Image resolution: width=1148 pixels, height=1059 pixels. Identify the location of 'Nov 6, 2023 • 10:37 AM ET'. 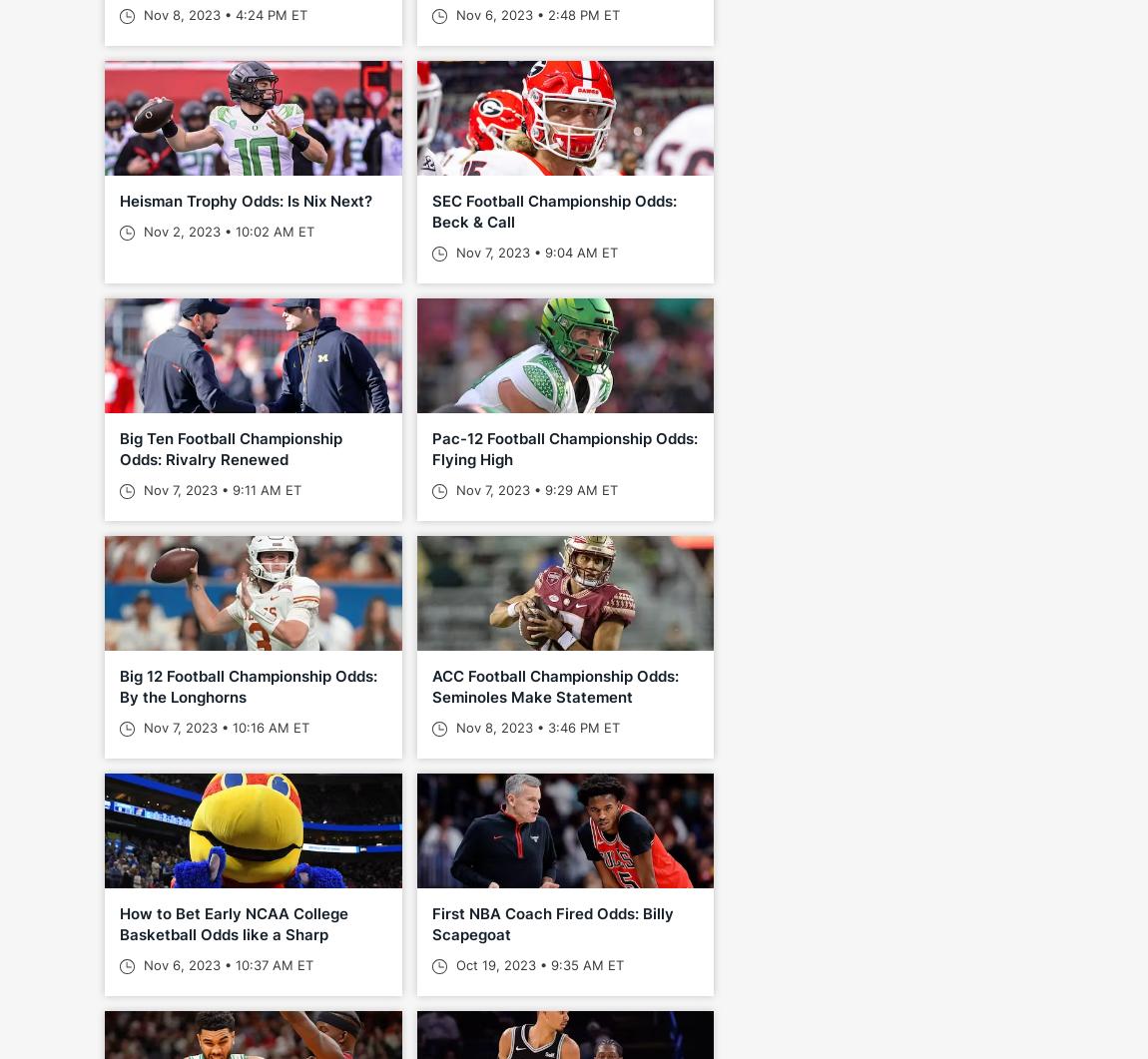
(226, 963).